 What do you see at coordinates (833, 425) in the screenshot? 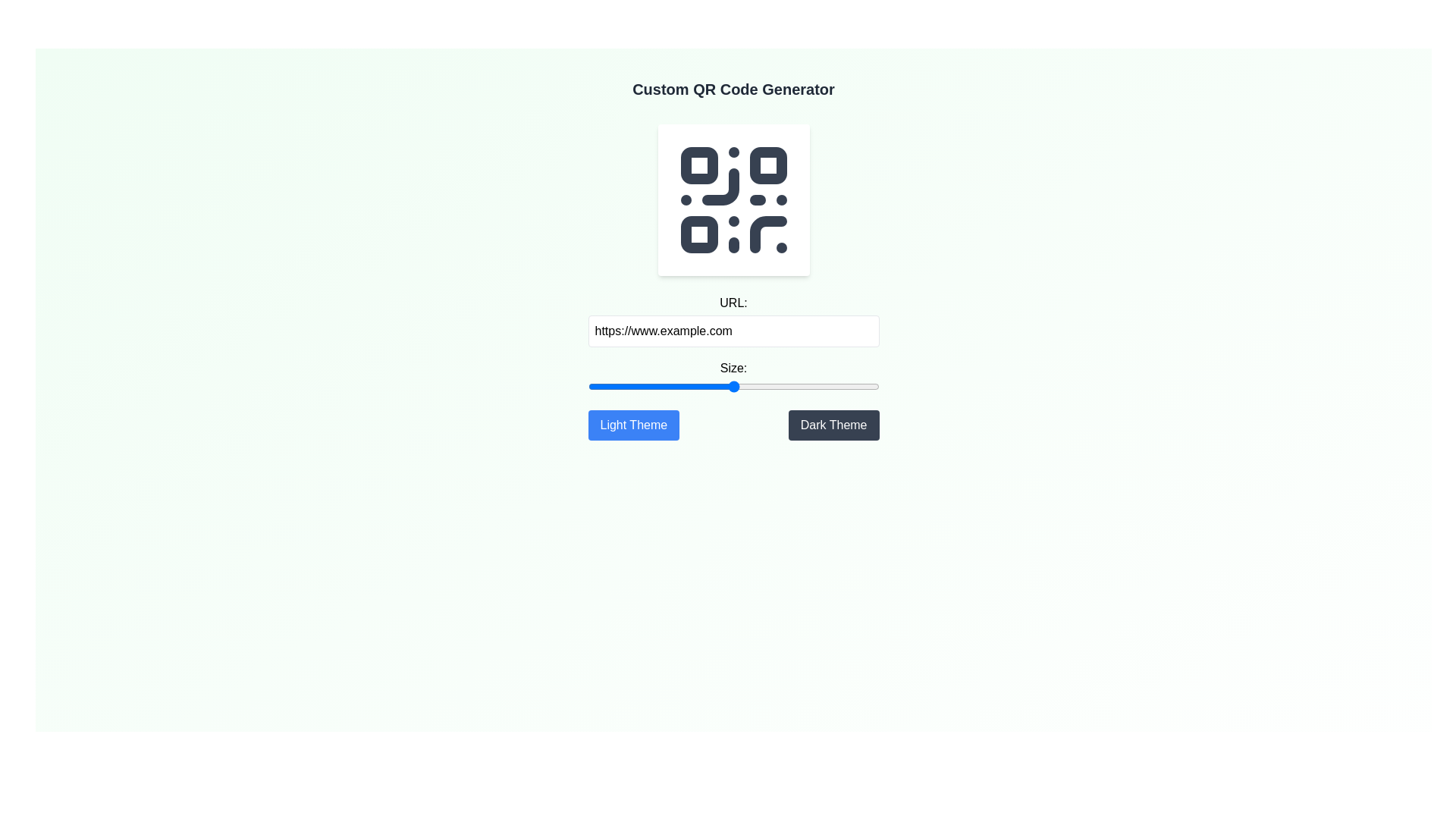
I see `the theme toggle button located to the right of the 'Light Theme' button` at bounding box center [833, 425].